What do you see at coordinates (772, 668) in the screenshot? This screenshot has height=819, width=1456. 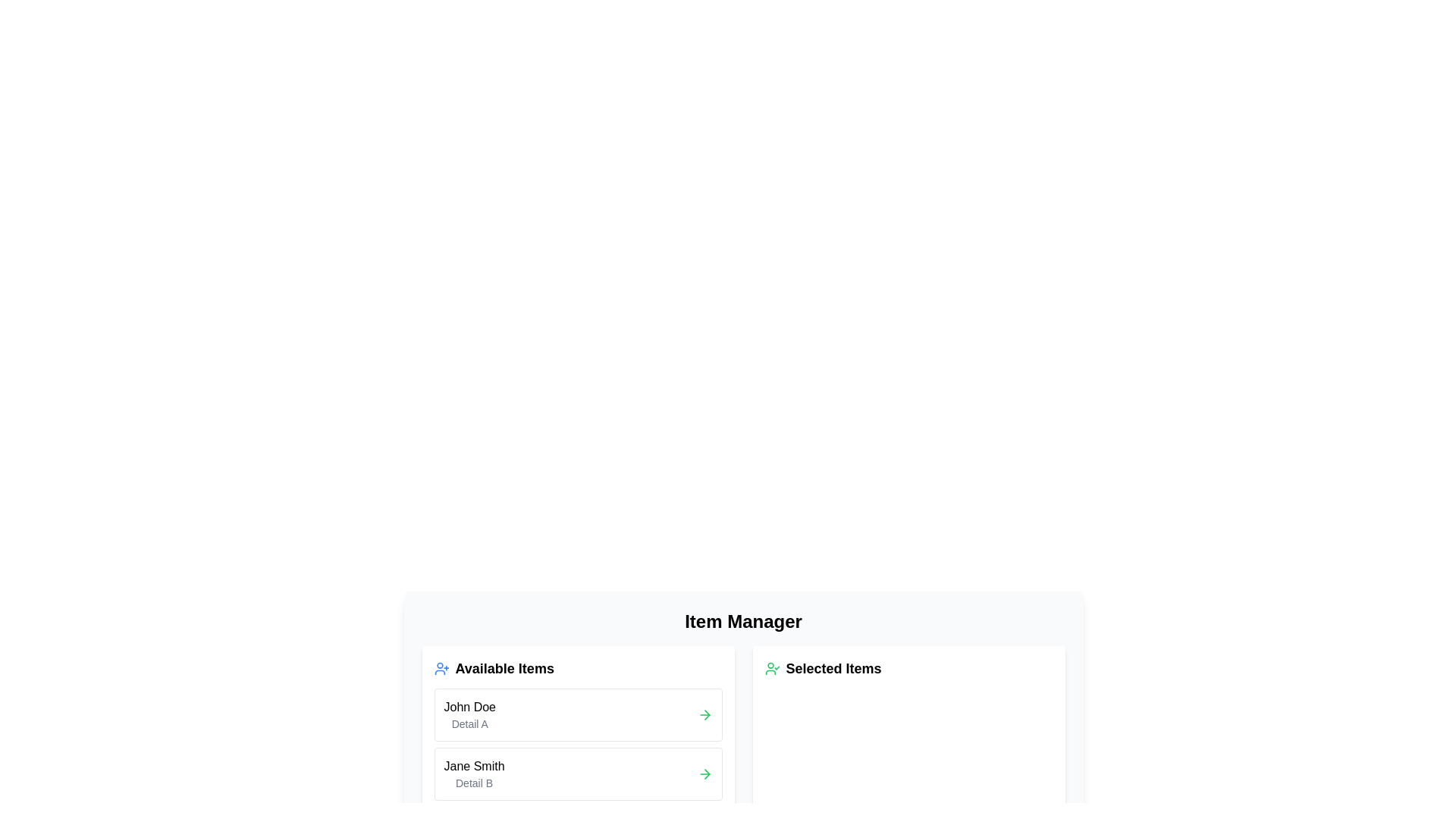 I see `the user icon with a checkmark located to the left of the 'Selected Items' text, which is styled in a modern, outlined design and is green, indicating success or confirmation` at bounding box center [772, 668].